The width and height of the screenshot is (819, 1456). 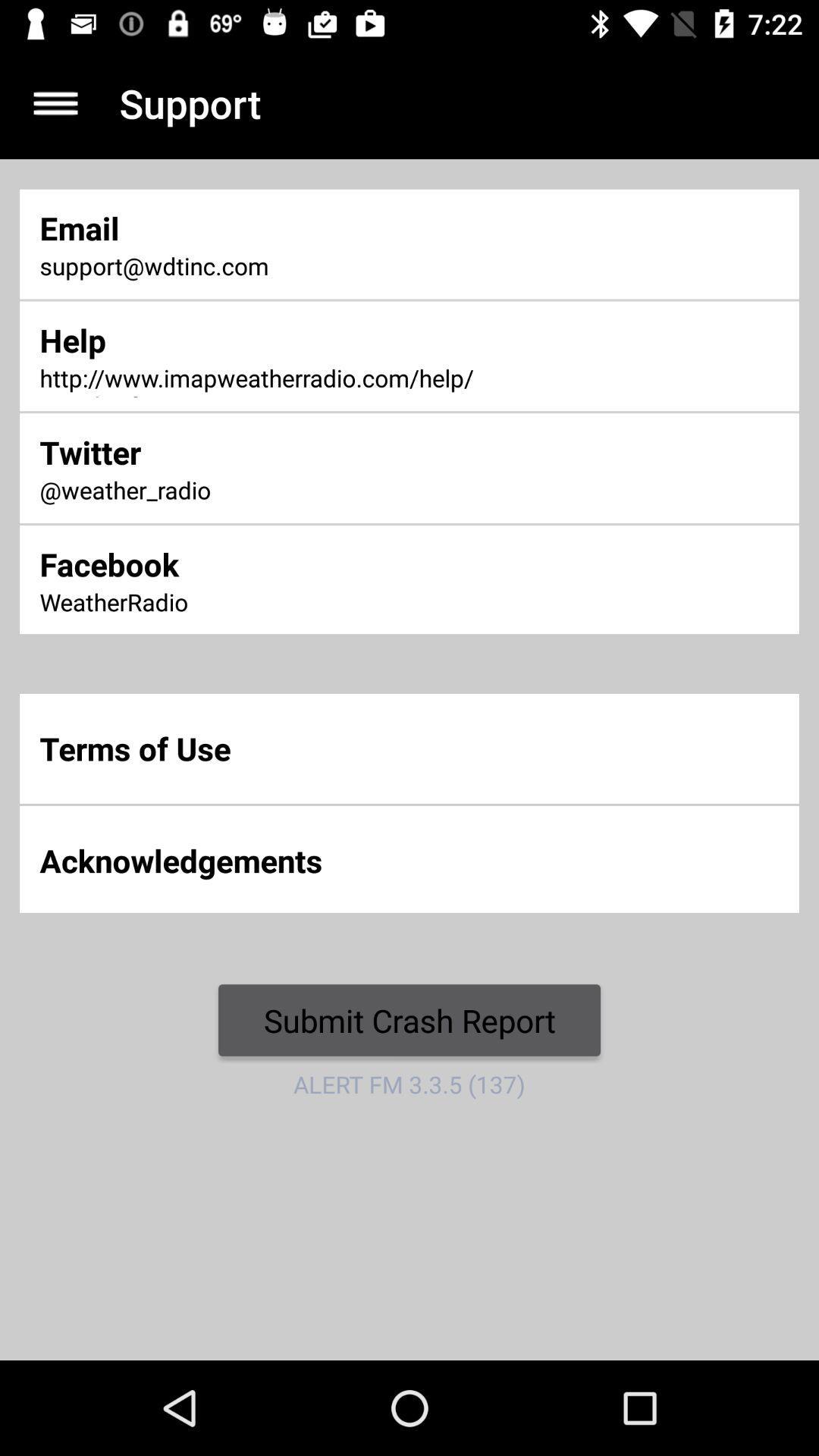 What do you see at coordinates (271, 563) in the screenshot?
I see `the facebook icon` at bounding box center [271, 563].